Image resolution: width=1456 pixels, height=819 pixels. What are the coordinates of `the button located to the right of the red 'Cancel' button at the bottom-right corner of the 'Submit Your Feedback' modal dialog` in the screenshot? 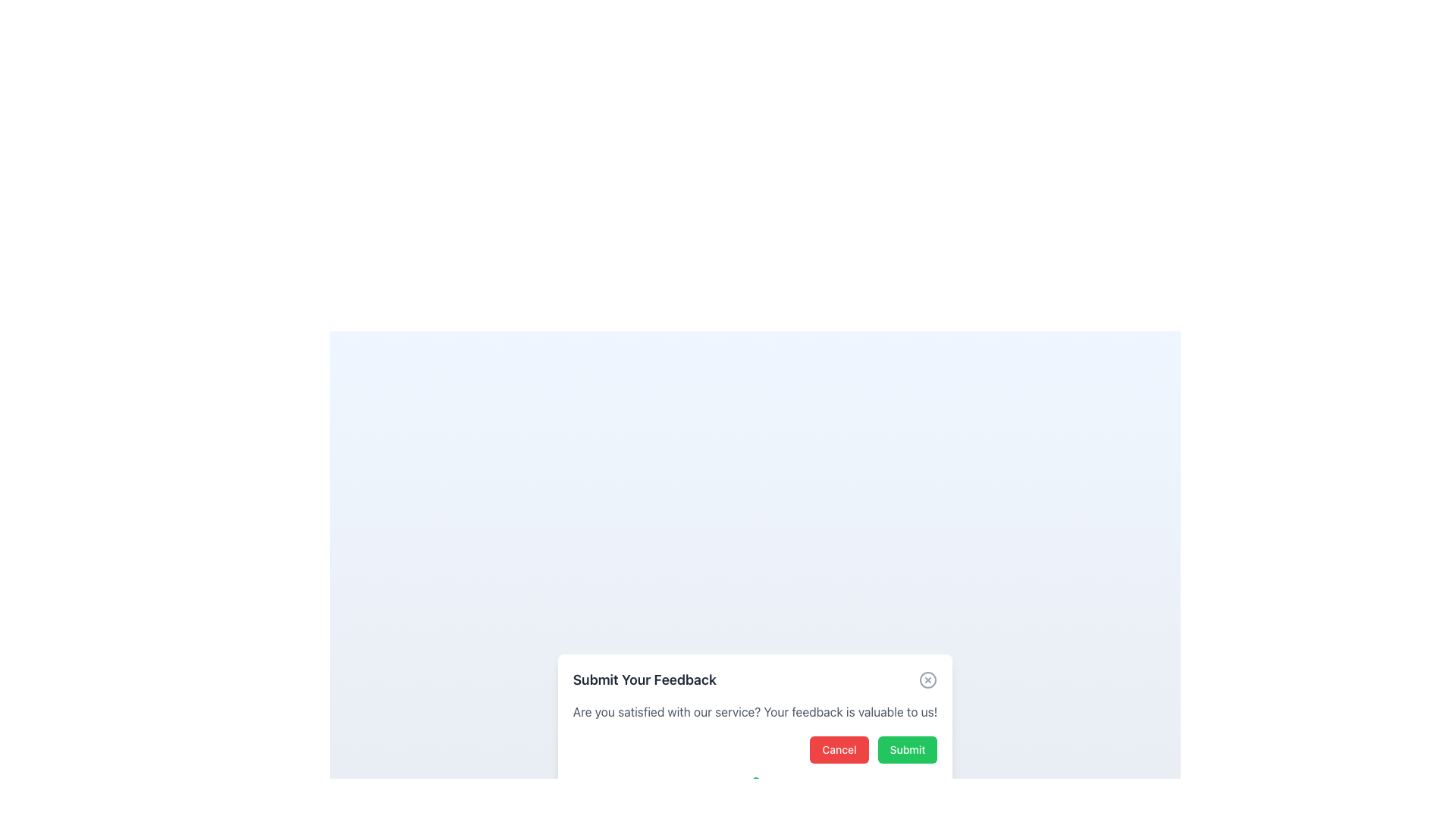 It's located at (907, 748).